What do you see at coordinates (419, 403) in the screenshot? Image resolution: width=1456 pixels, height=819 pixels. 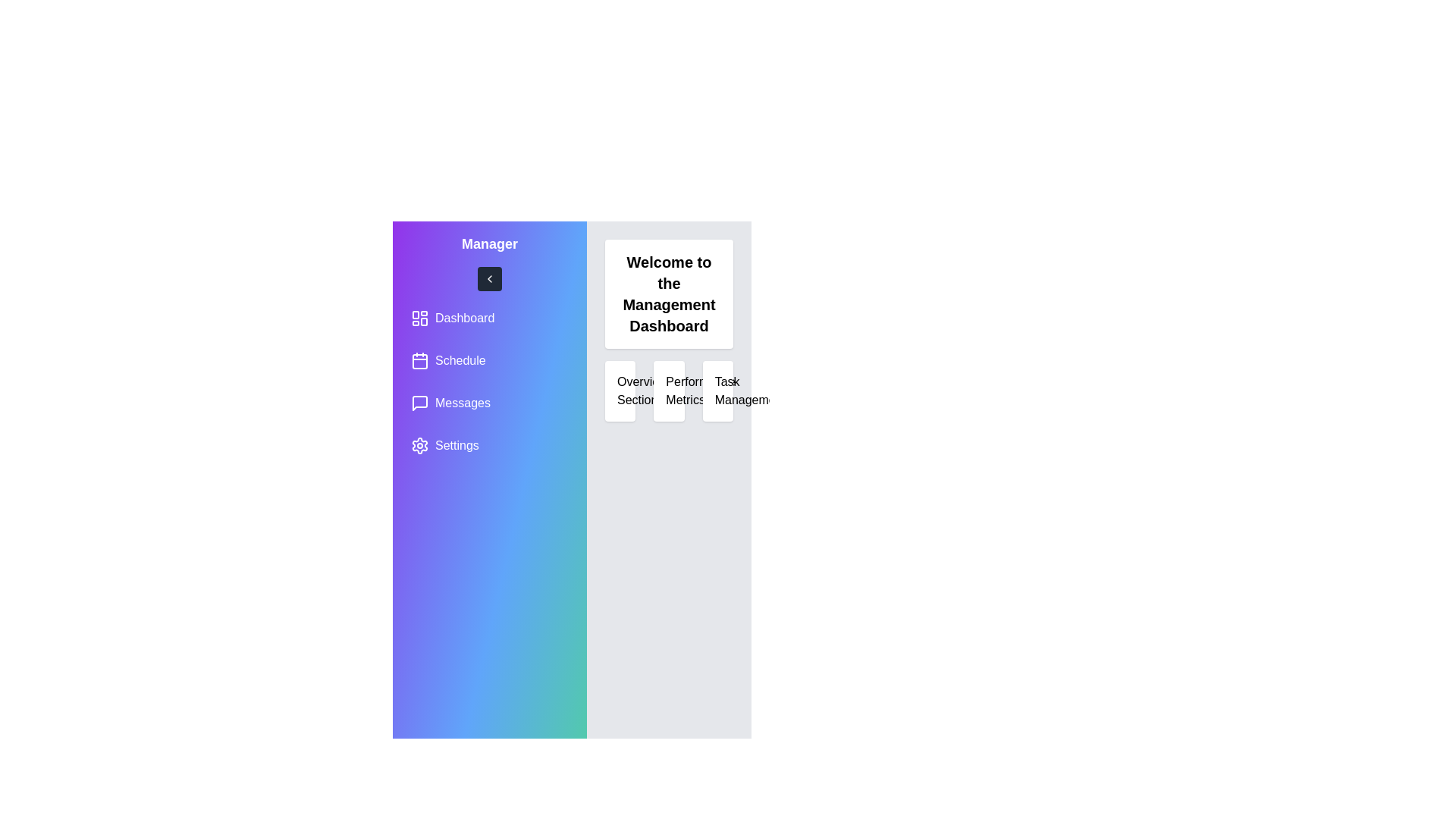 I see `the small purple chat icon located in the left sidebar, positioned next to the 'Messages' label` at bounding box center [419, 403].